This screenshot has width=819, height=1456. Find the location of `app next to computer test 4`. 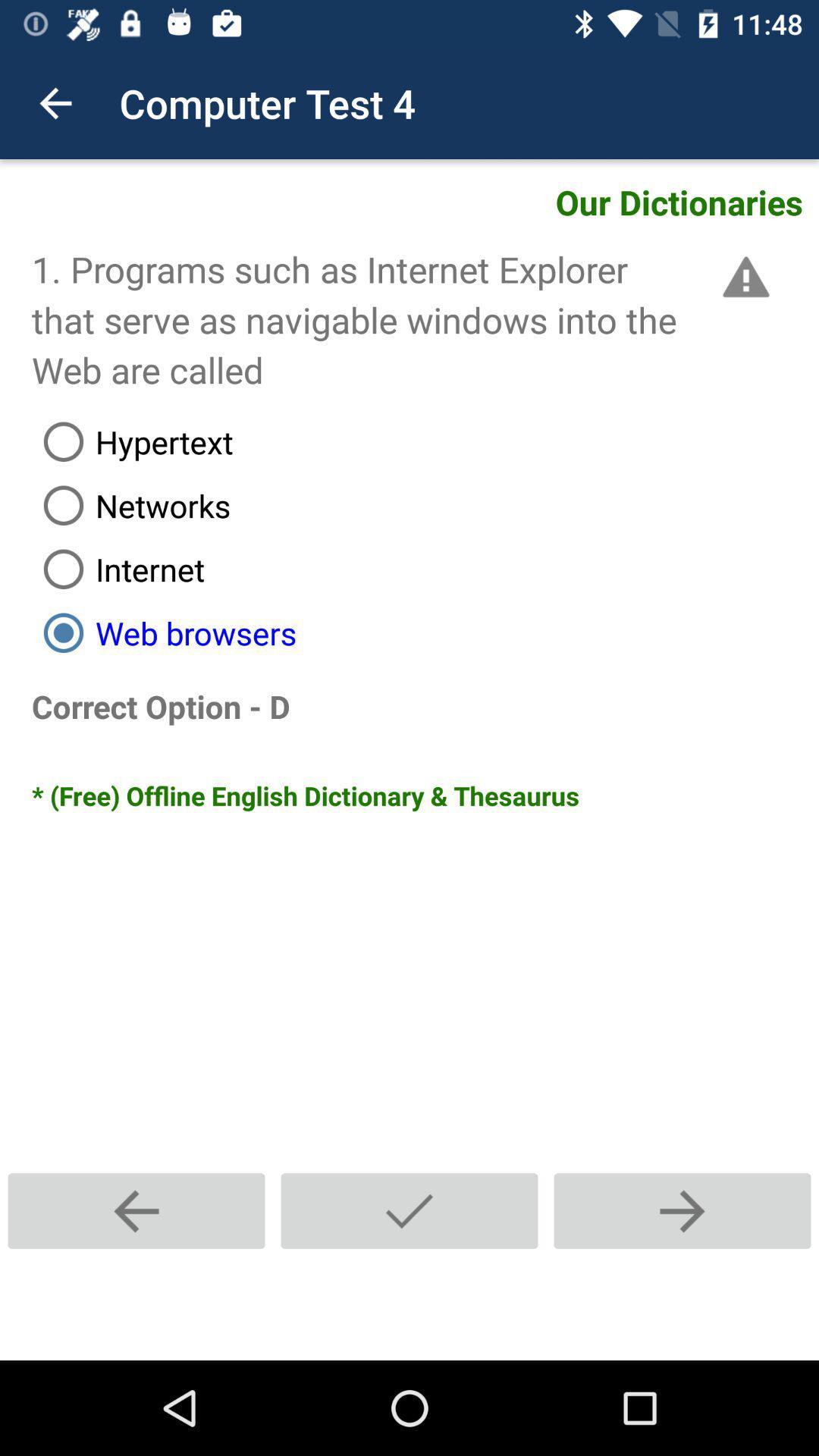

app next to computer test 4 is located at coordinates (55, 102).